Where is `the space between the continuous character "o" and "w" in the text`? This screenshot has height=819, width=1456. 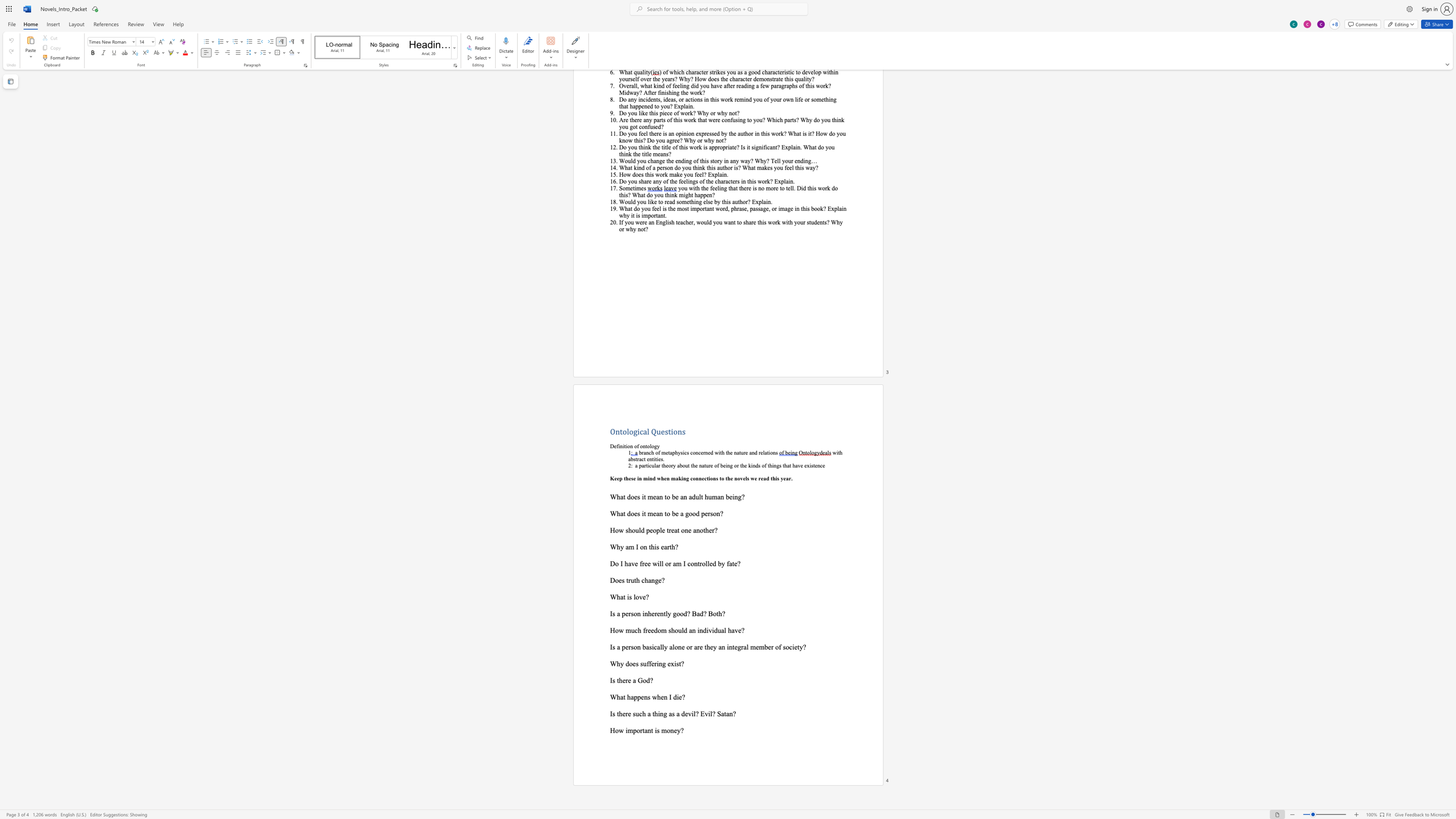 the space between the continuous character "o" and "w" in the text is located at coordinates (619, 530).